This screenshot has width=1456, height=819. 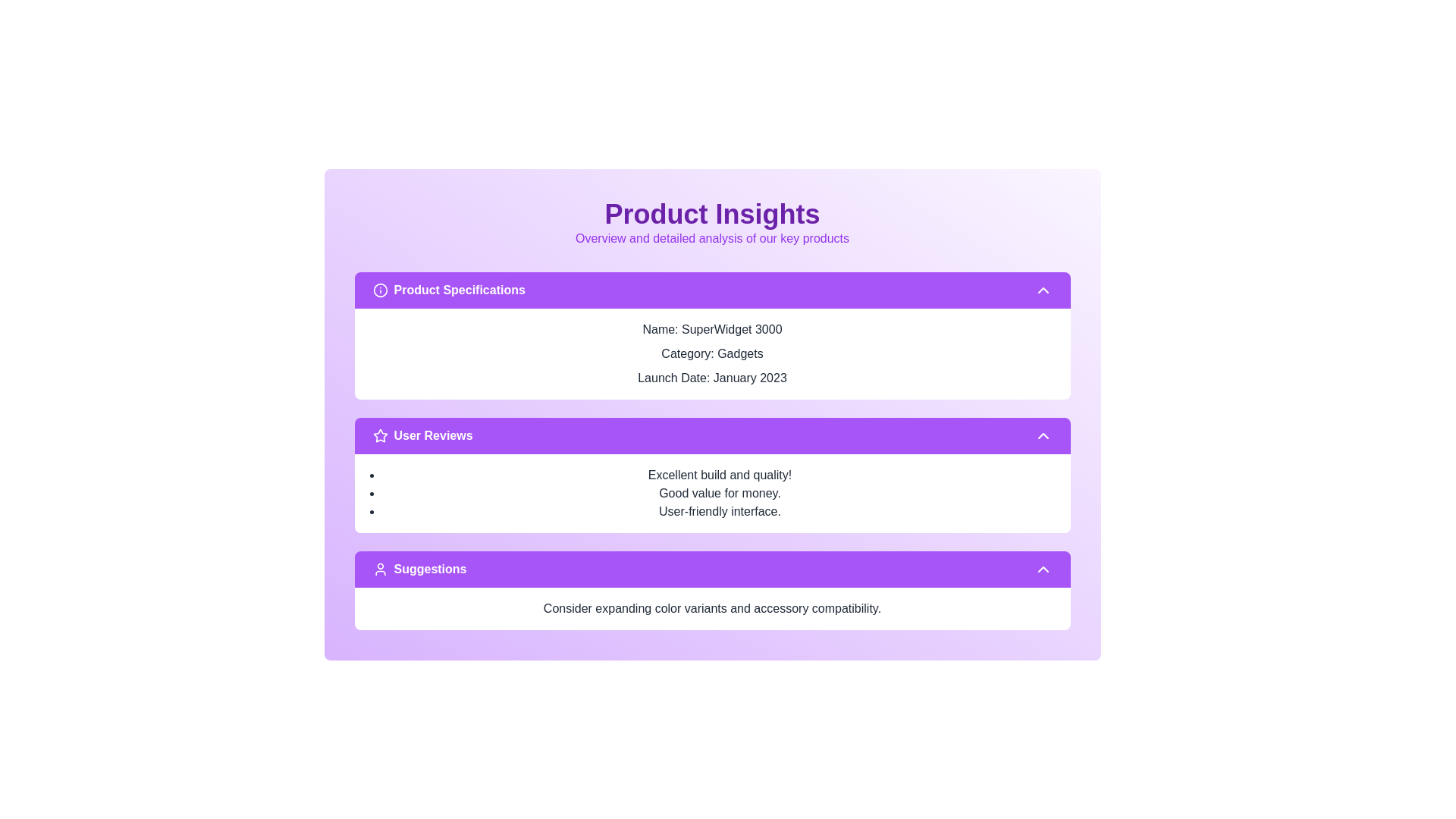 What do you see at coordinates (719, 475) in the screenshot?
I see `the text string that reads 'Excellent build and quality!' located within the 'User Reviews' section, which is the first item in a bullet-point list` at bounding box center [719, 475].